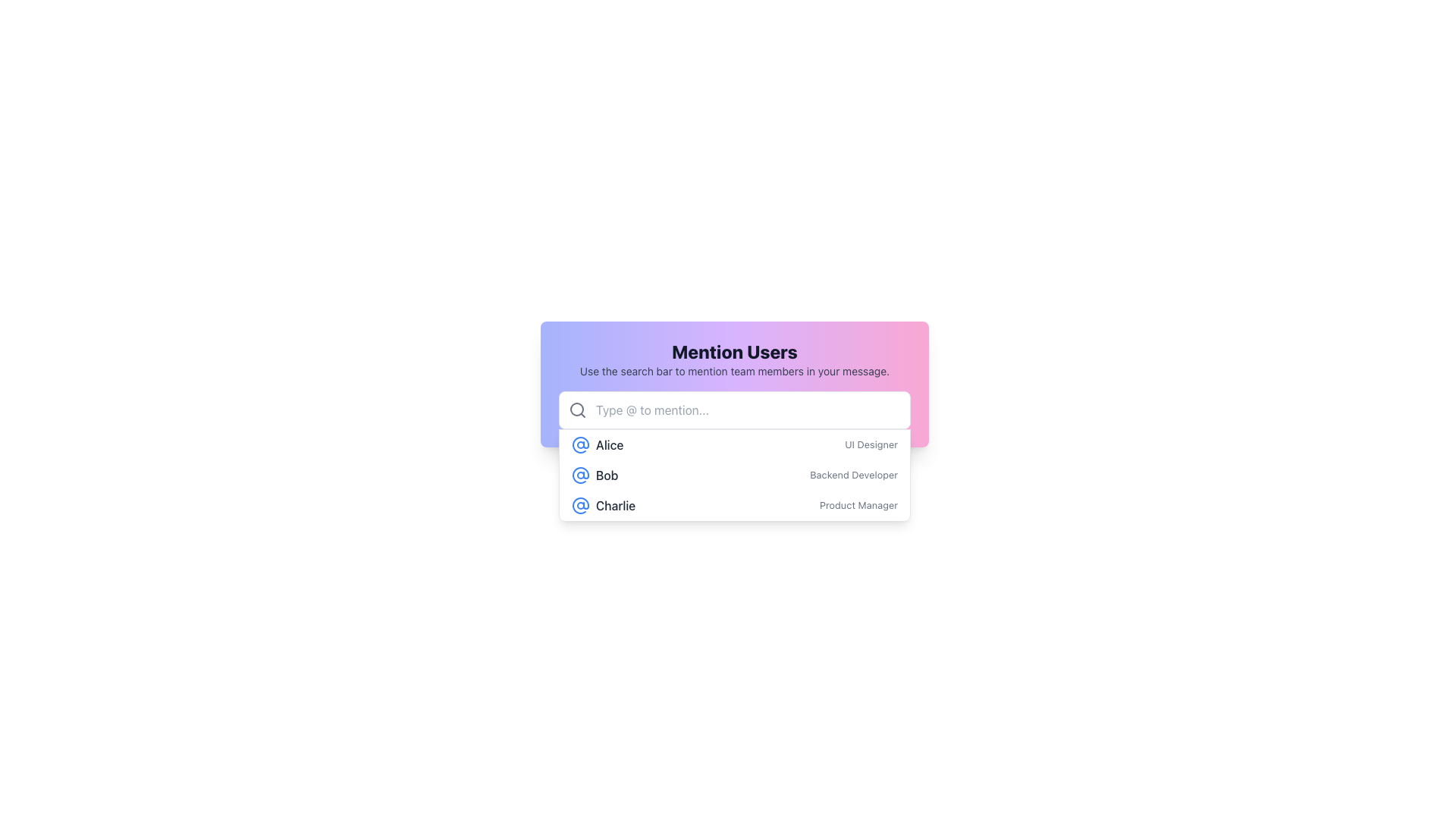  Describe the element at coordinates (735, 409) in the screenshot. I see `the search and mention input field located below the title 'Mention Users'` at that location.